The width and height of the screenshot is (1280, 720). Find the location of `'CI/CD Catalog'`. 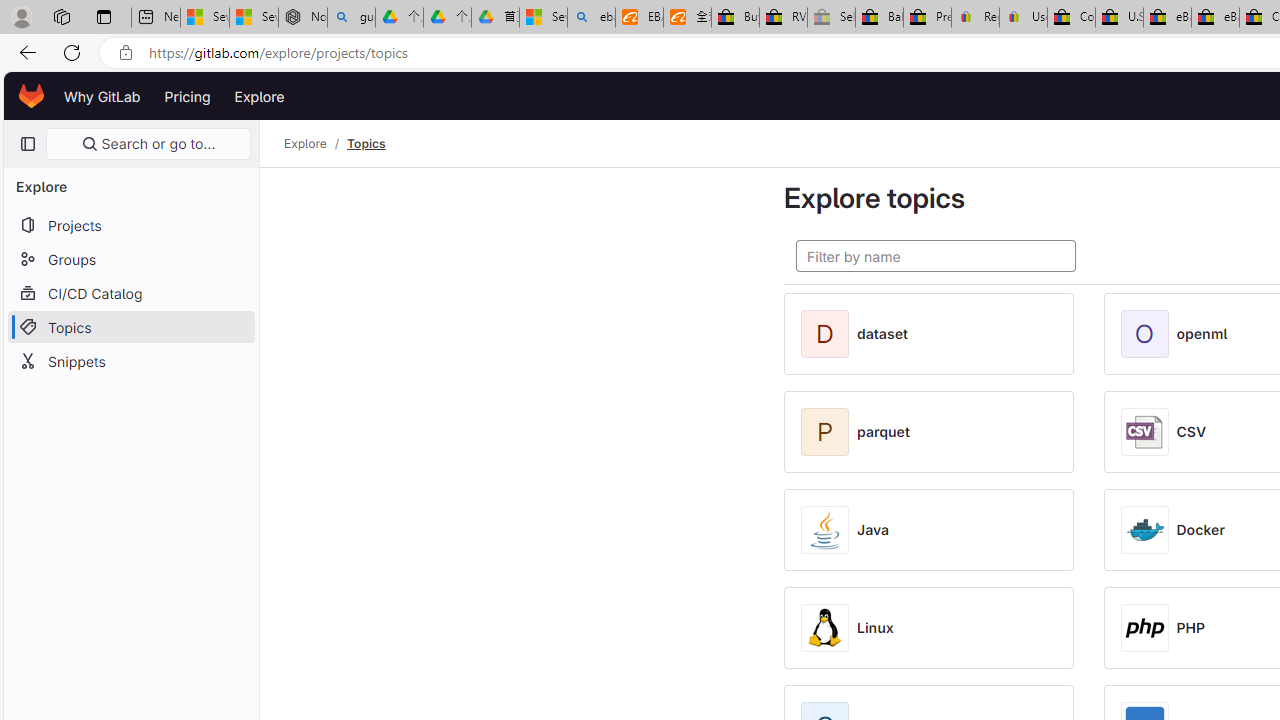

'CI/CD Catalog' is located at coordinates (130, 293).